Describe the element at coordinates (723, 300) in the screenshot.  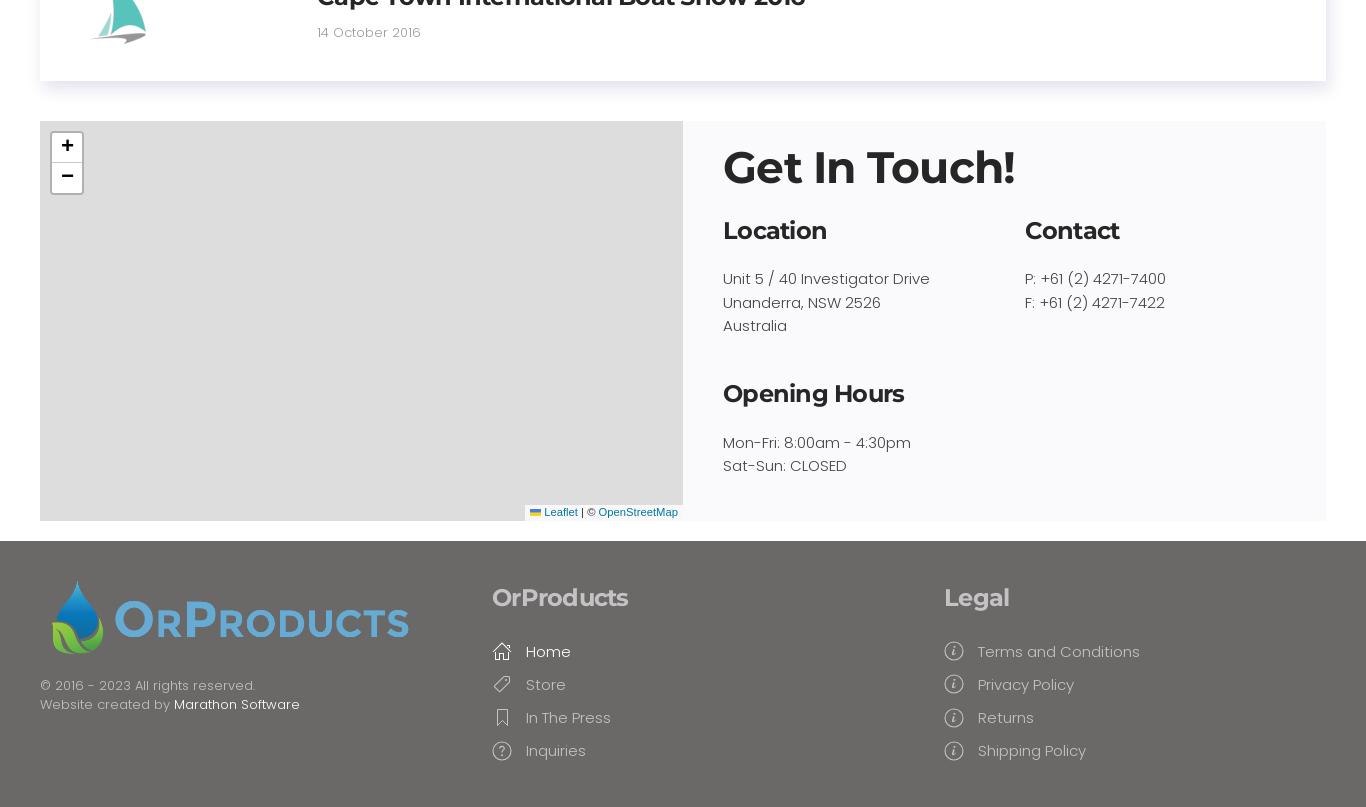
I see `'Unanderra, NSW 2526'` at that location.